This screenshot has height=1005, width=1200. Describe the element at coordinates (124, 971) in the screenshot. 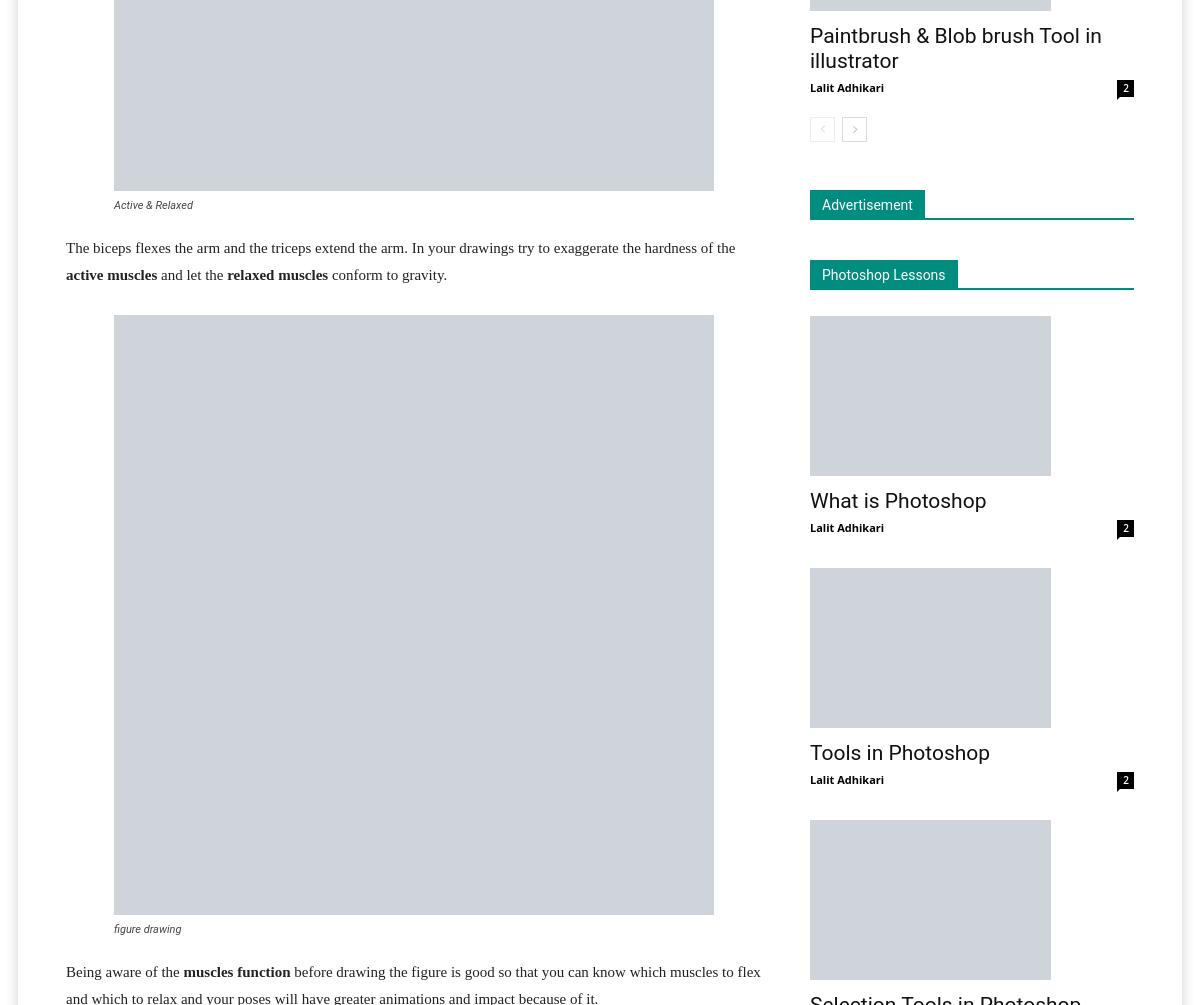

I see `'Being aware of the'` at that location.